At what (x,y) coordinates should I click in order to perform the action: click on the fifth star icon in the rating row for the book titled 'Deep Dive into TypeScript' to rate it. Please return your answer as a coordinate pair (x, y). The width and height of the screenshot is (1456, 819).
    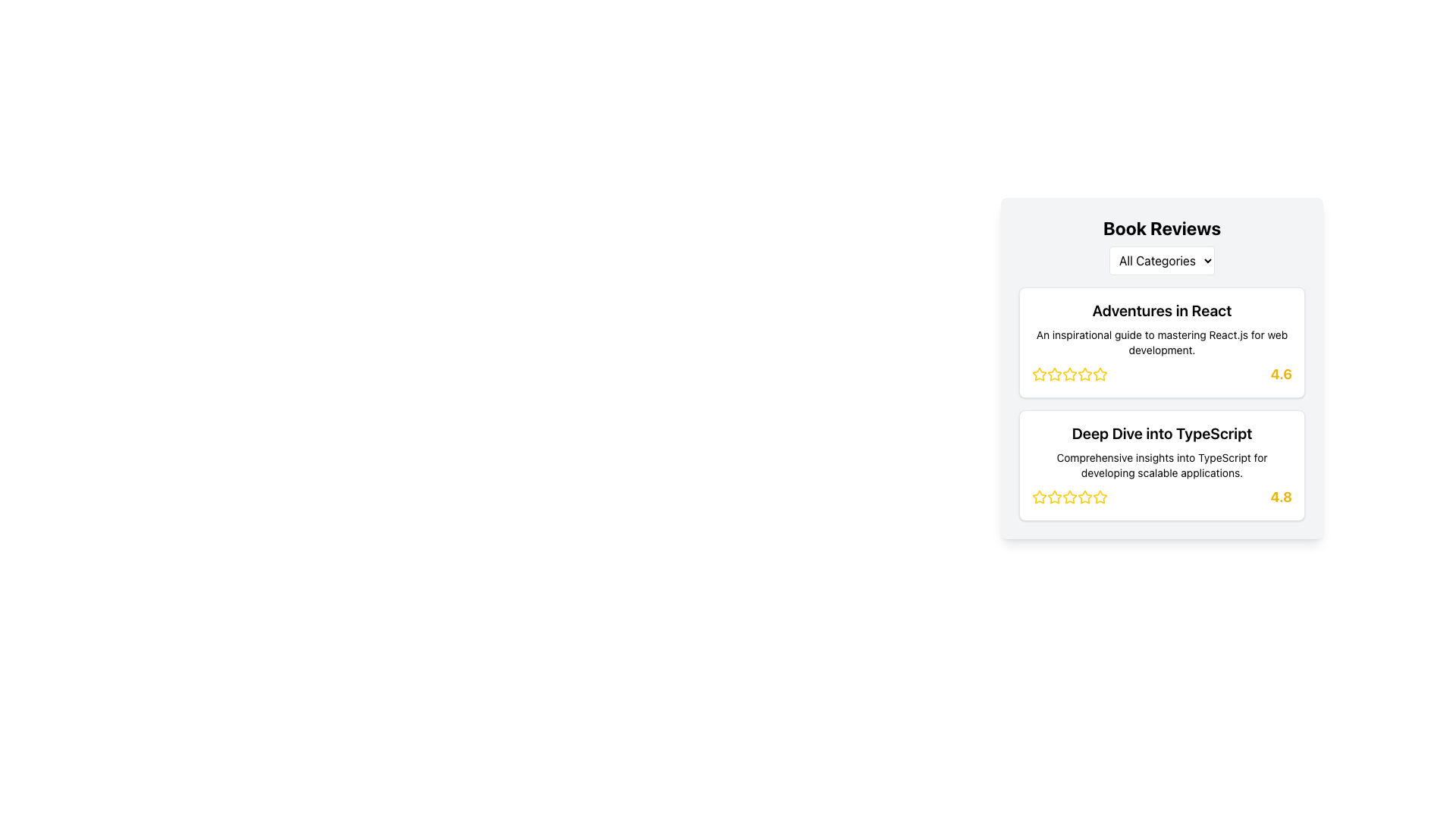
    Looking at the image, I should click on (1069, 497).